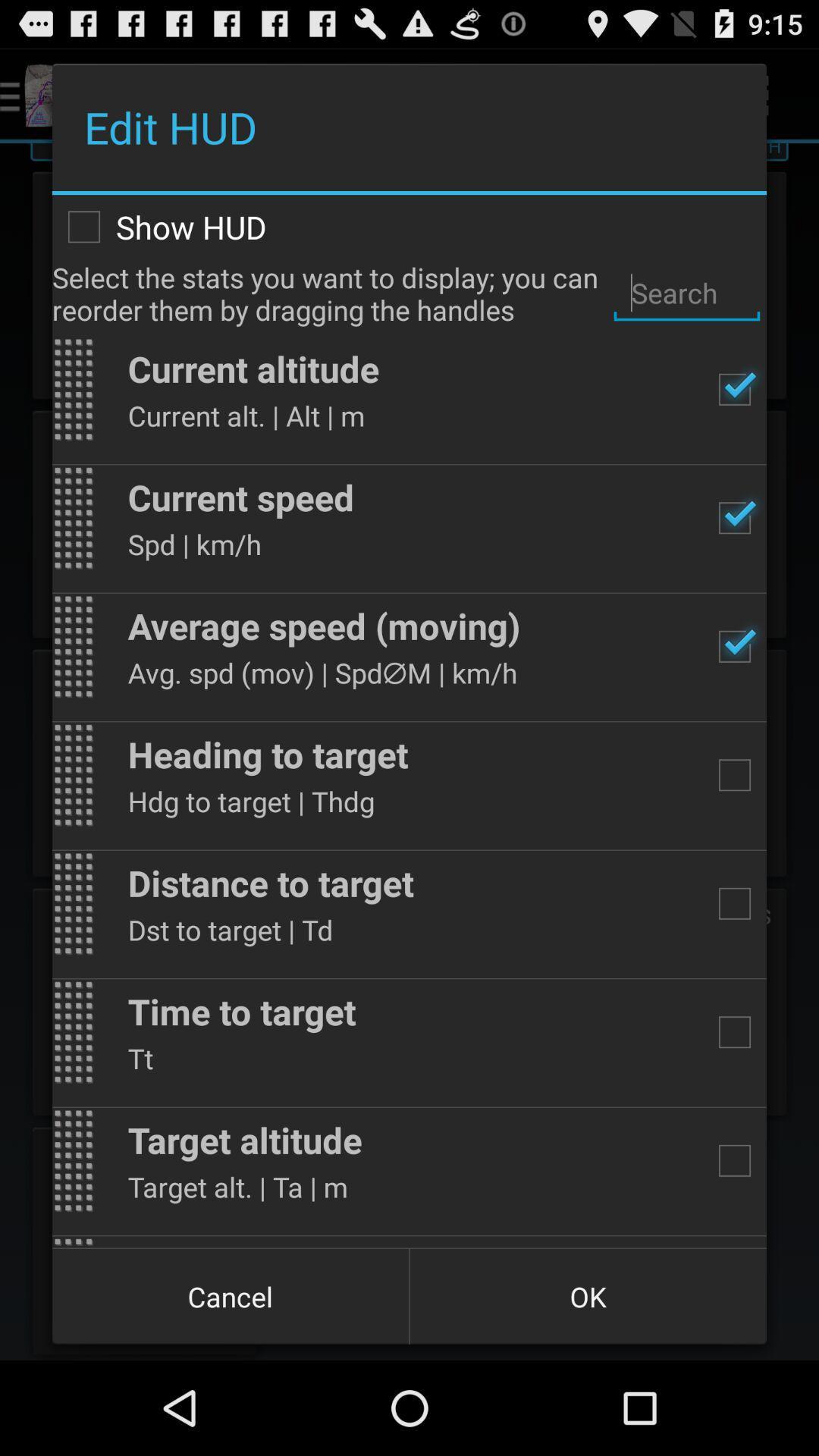  I want to click on cancel icon, so click(231, 1295).